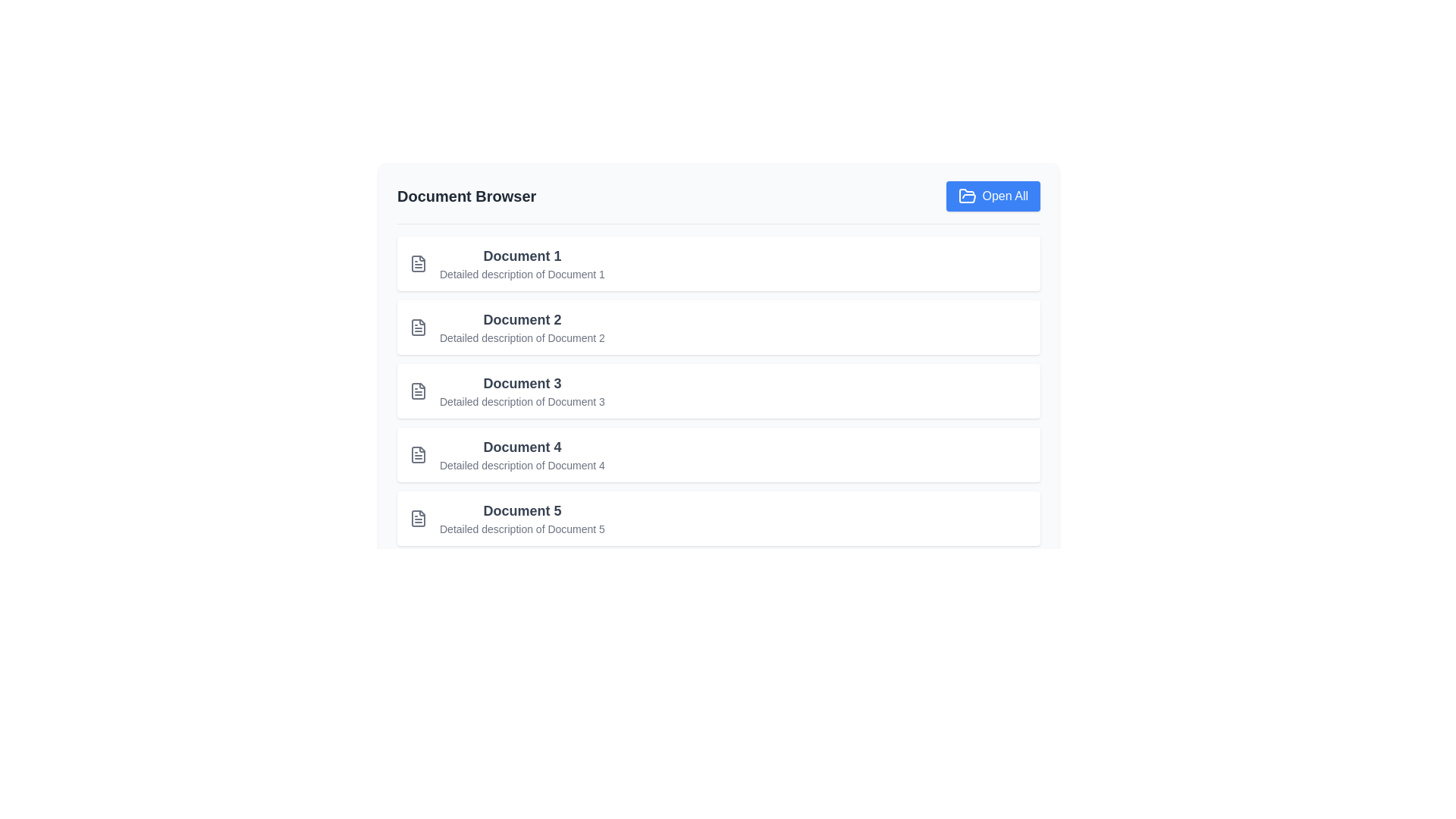  Describe the element at coordinates (522, 262) in the screenshot. I see `the text block displaying 'Document 1' and its description, which is the top element in a card-styled list, indicating its importance` at that location.